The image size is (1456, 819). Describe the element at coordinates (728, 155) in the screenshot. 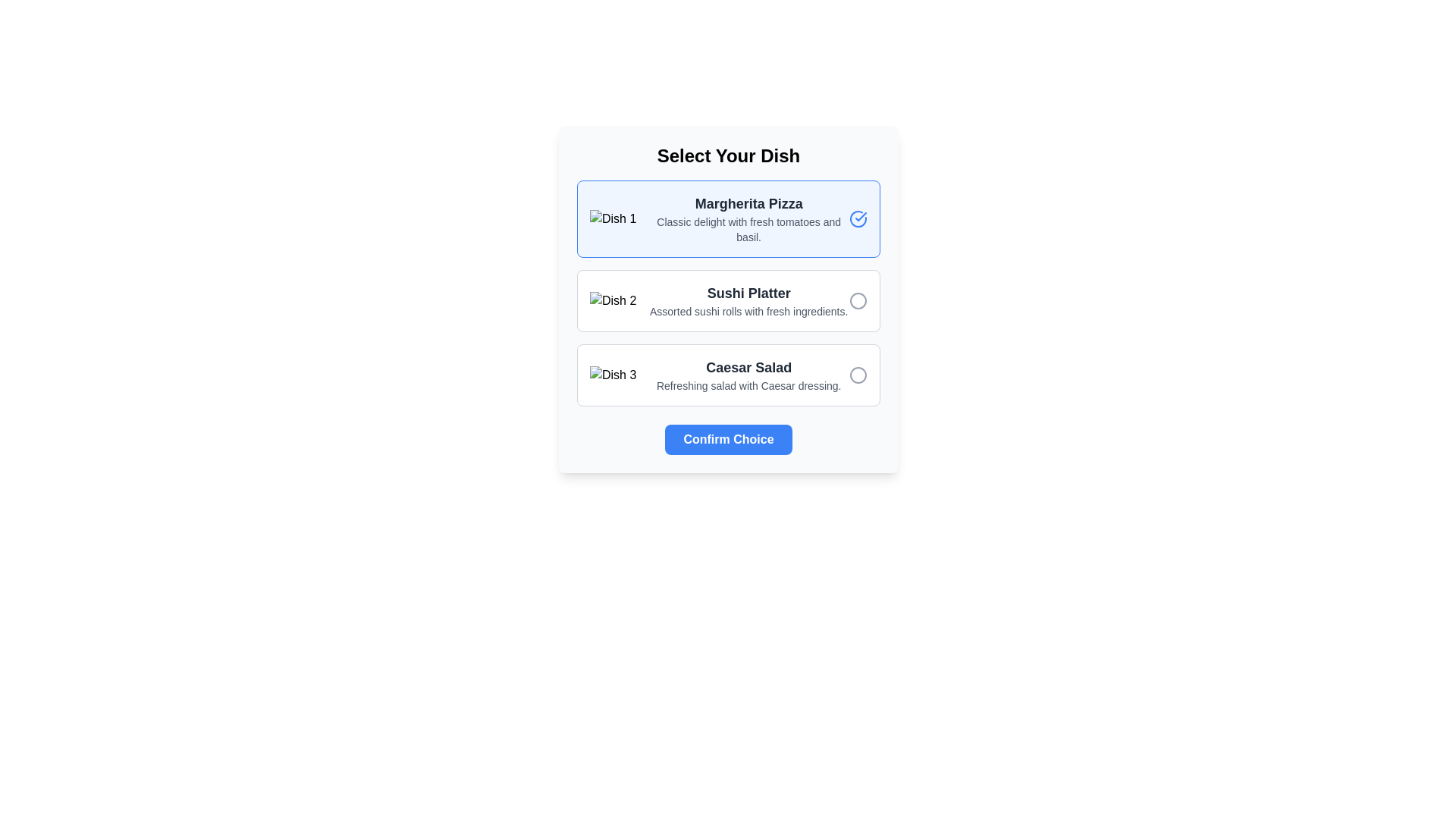

I see `bold text element displaying the phrase 'Select Your Dish' centered at the top of the selection menu` at that location.